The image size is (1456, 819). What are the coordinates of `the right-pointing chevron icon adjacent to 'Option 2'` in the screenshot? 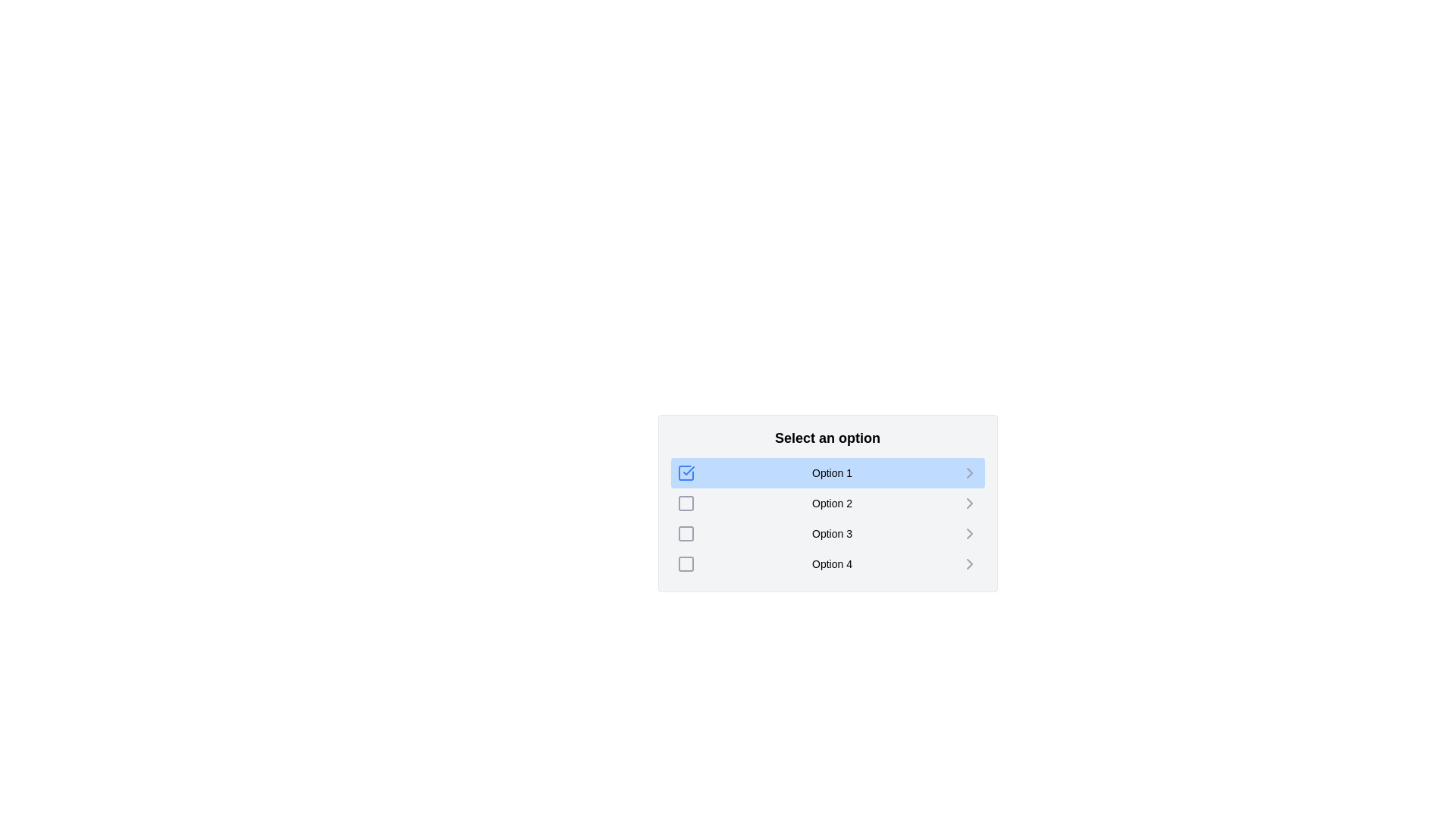 It's located at (968, 503).